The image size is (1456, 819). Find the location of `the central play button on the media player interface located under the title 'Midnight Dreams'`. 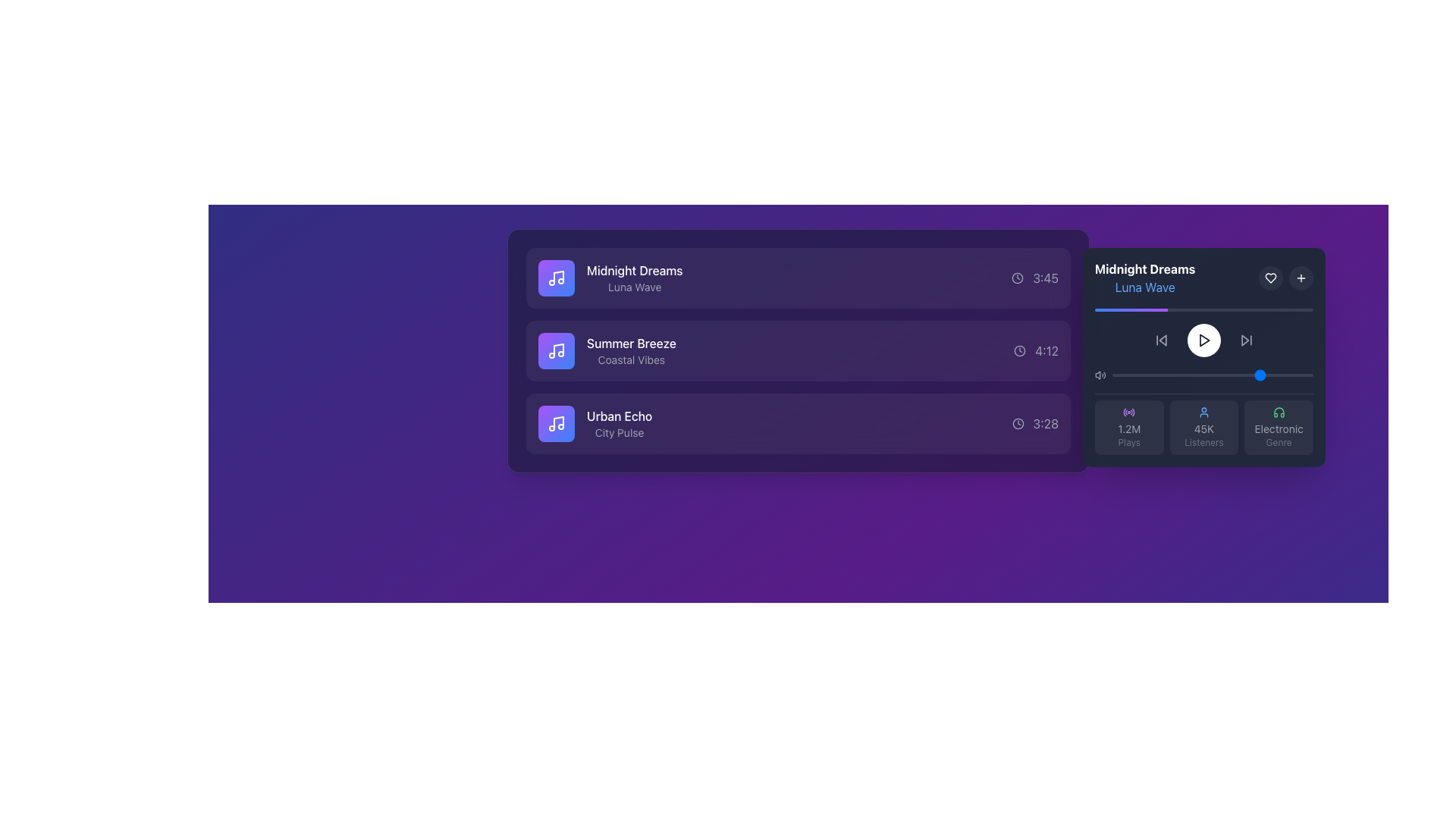

the central play button on the media player interface located under the title 'Midnight Dreams' is located at coordinates (1203, 356).